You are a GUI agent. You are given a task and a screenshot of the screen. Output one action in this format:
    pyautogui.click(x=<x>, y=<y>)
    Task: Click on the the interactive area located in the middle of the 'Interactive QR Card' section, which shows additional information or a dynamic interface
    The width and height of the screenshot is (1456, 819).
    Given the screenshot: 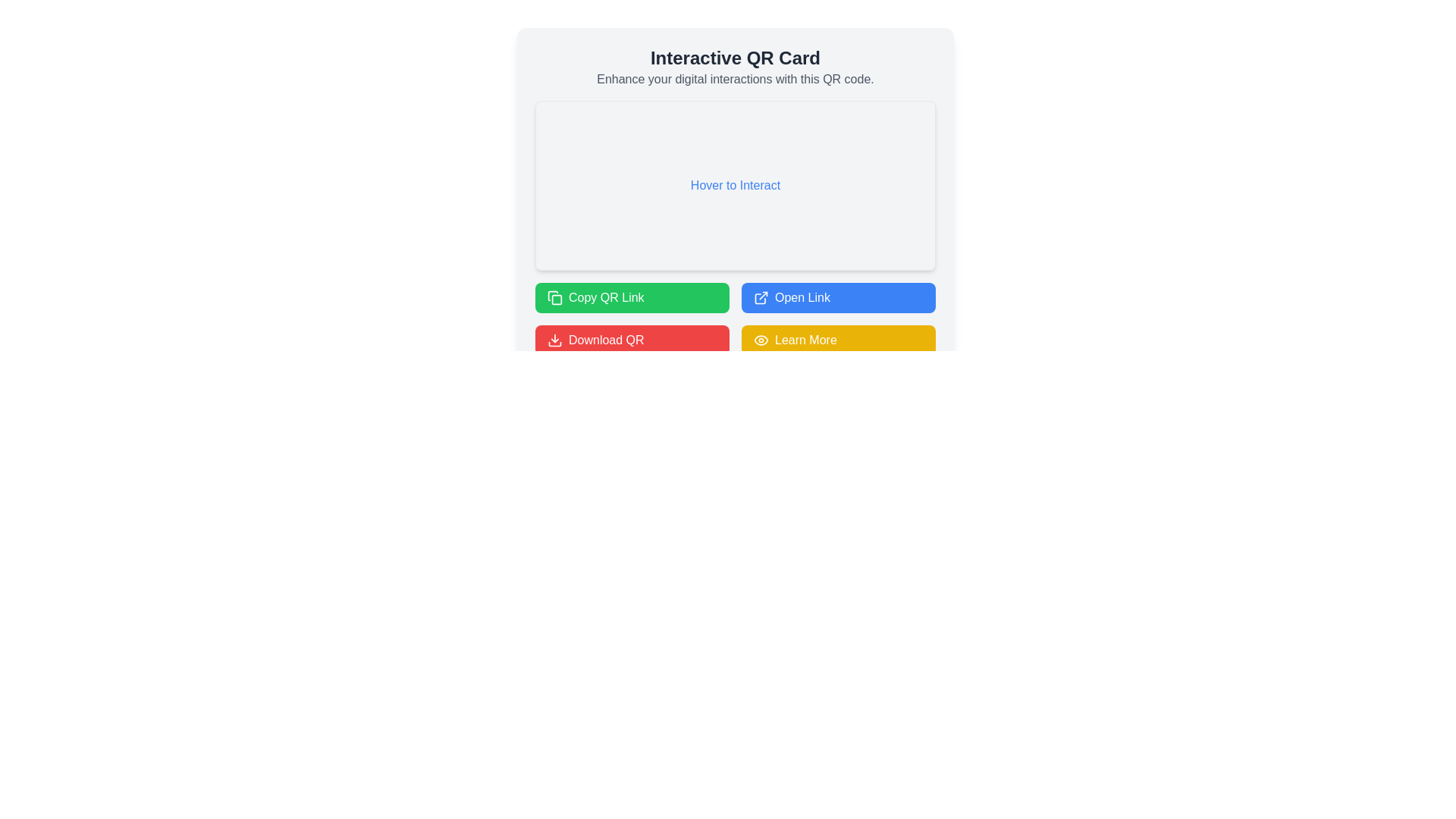 What is the action you would take?
    pyautogui.click(x=735, y=185)
    